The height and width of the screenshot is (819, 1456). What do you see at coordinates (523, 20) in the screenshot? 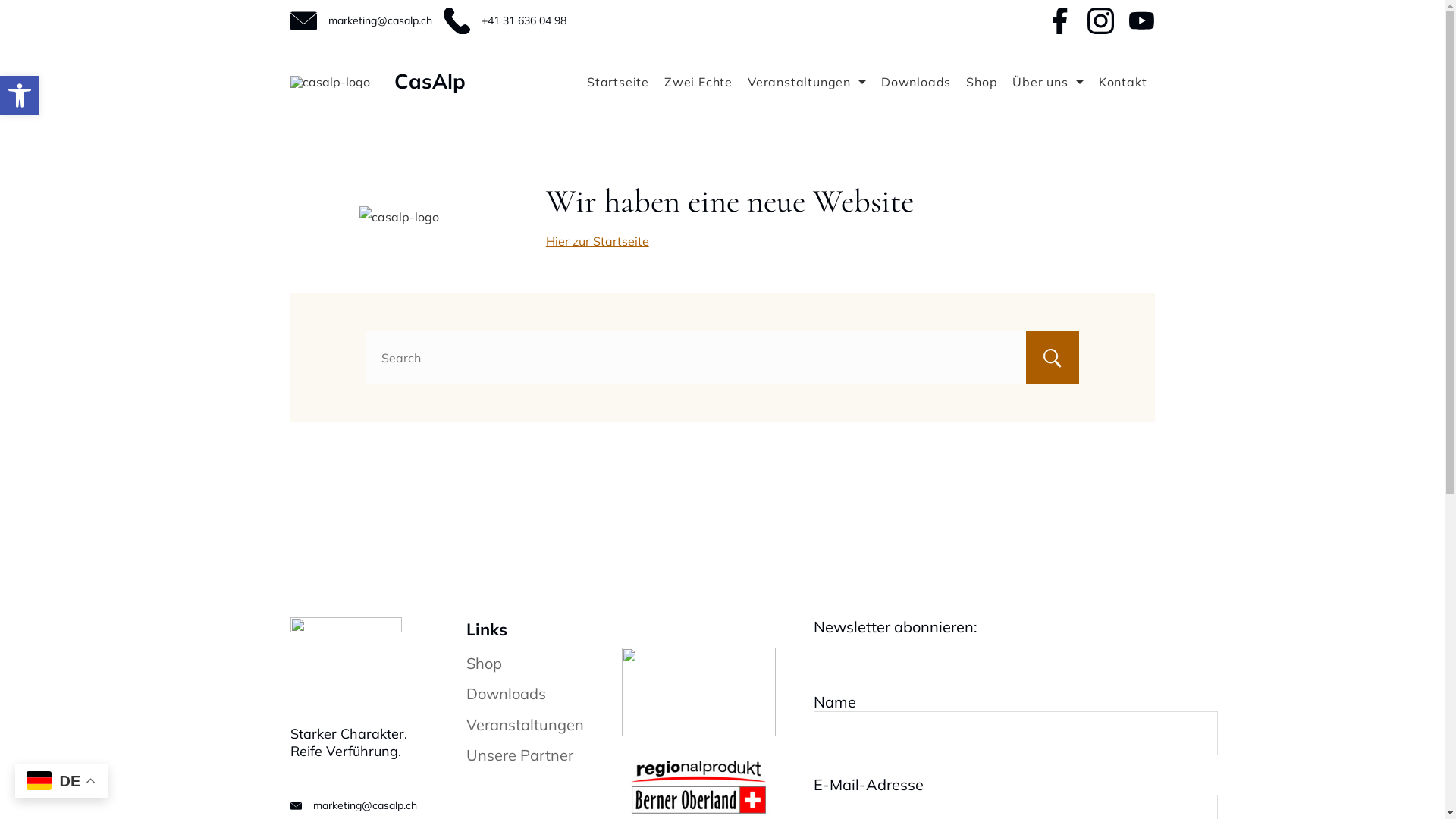
I see `'+41 31 636 04 98'` at bounding box center [523, 20].